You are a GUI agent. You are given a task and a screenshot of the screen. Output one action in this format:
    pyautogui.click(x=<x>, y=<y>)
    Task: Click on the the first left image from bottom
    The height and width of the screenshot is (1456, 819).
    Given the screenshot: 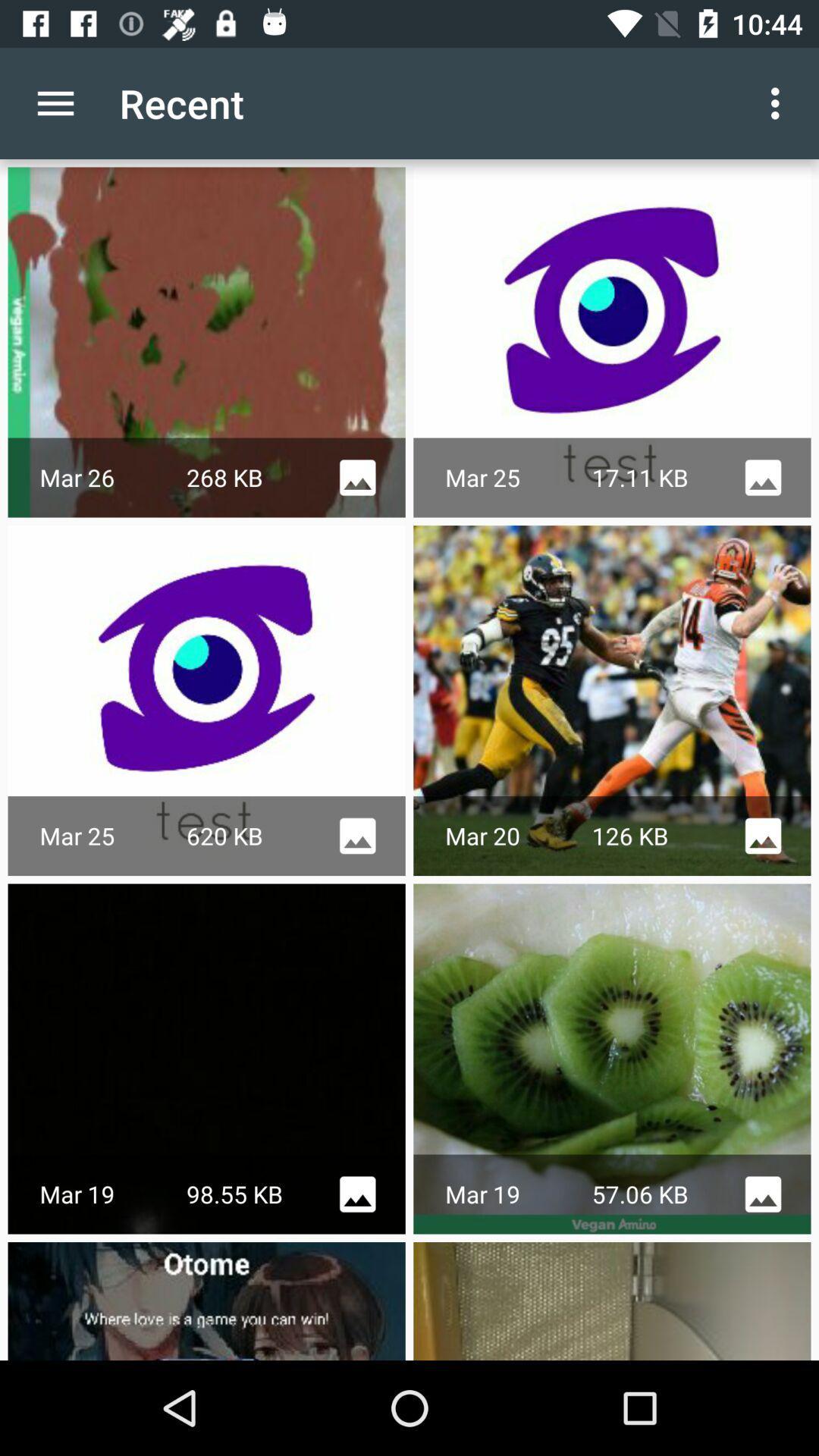 What is the action you would take?
    pyautogui.click(x=207, y=1300)
    